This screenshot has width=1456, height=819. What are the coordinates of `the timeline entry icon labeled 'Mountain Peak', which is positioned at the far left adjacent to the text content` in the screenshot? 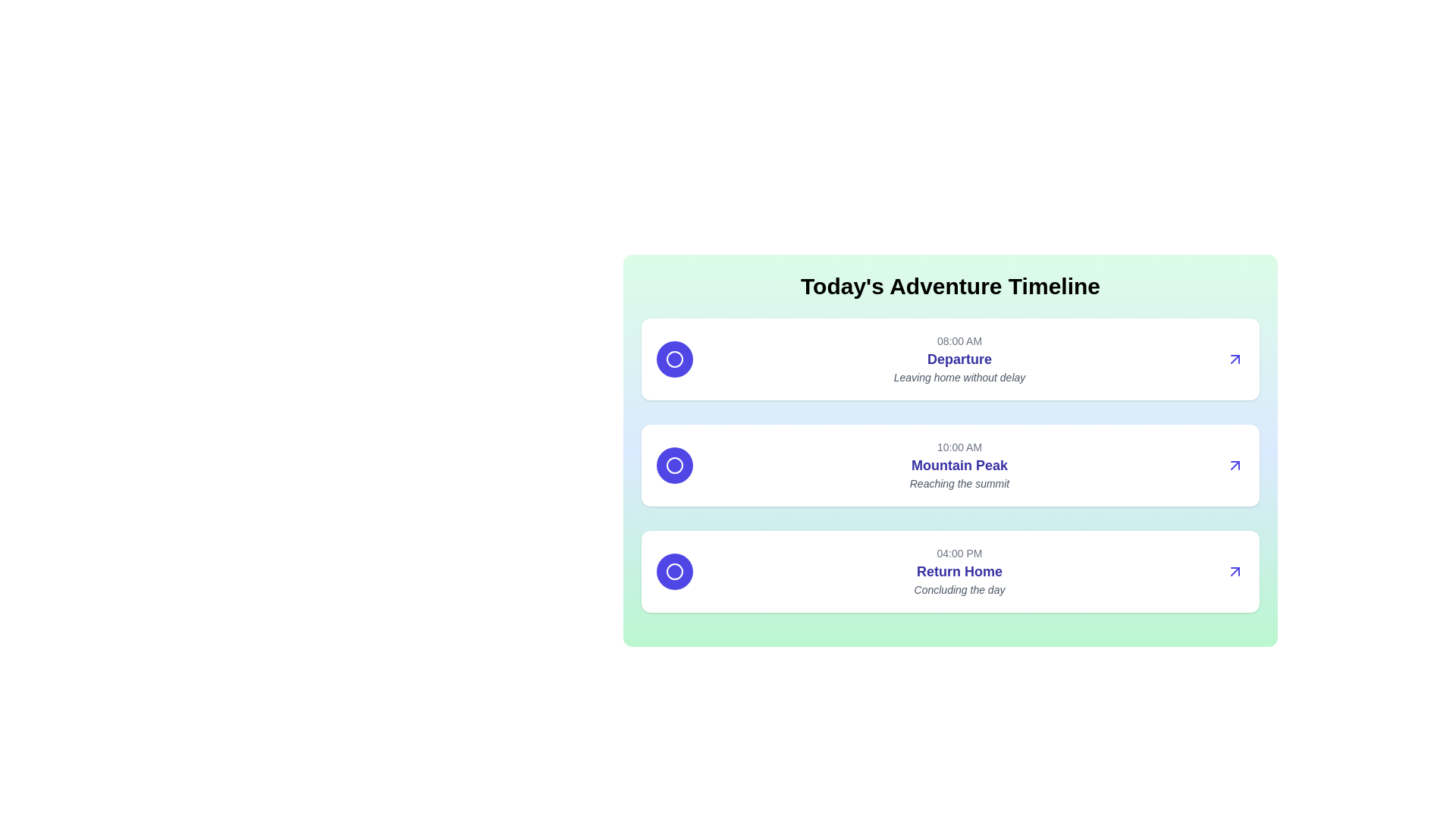 It's located at (673, 464).